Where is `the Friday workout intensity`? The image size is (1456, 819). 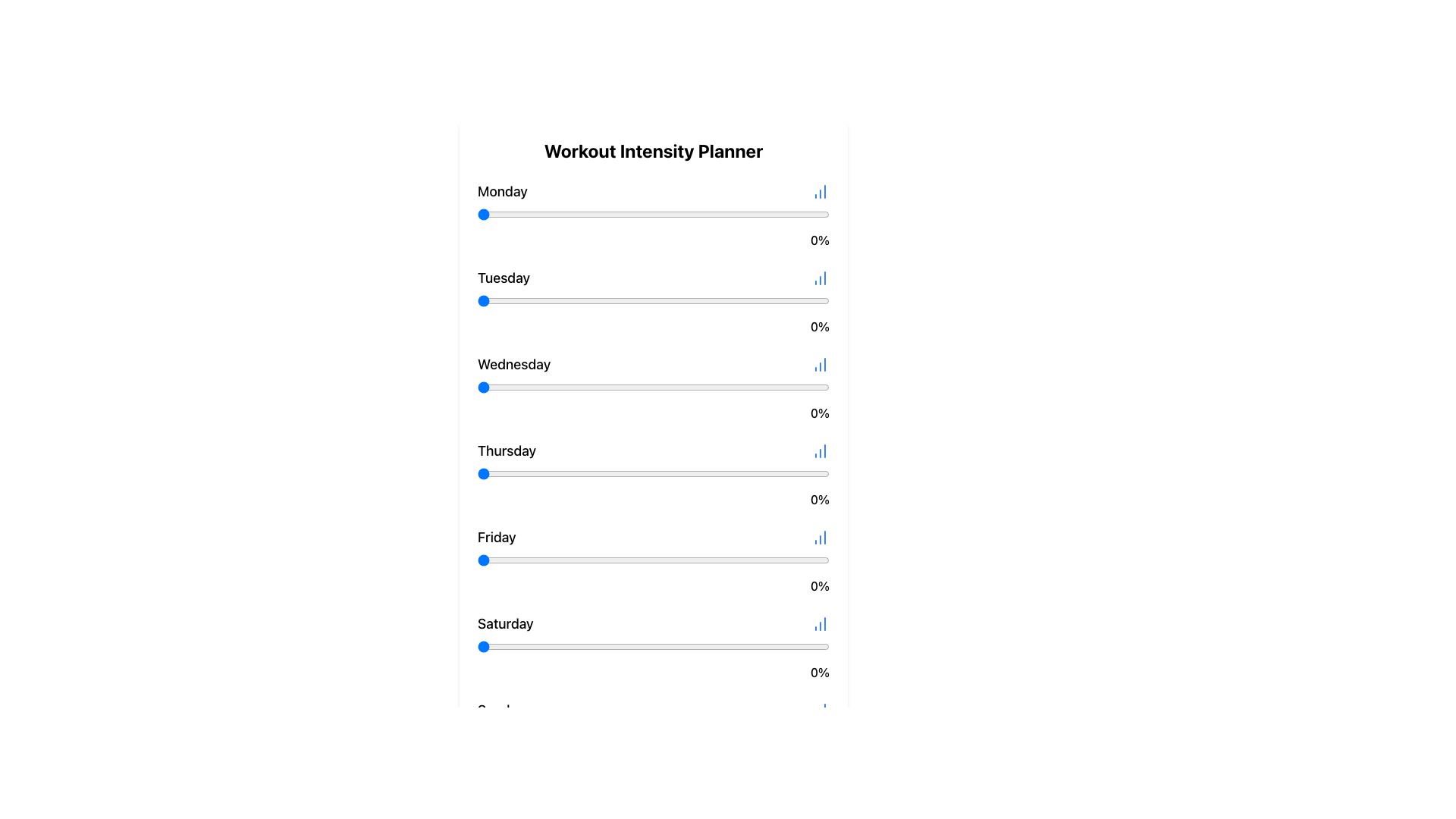
the Friday workout intensity is located at coordinates (561, 560).